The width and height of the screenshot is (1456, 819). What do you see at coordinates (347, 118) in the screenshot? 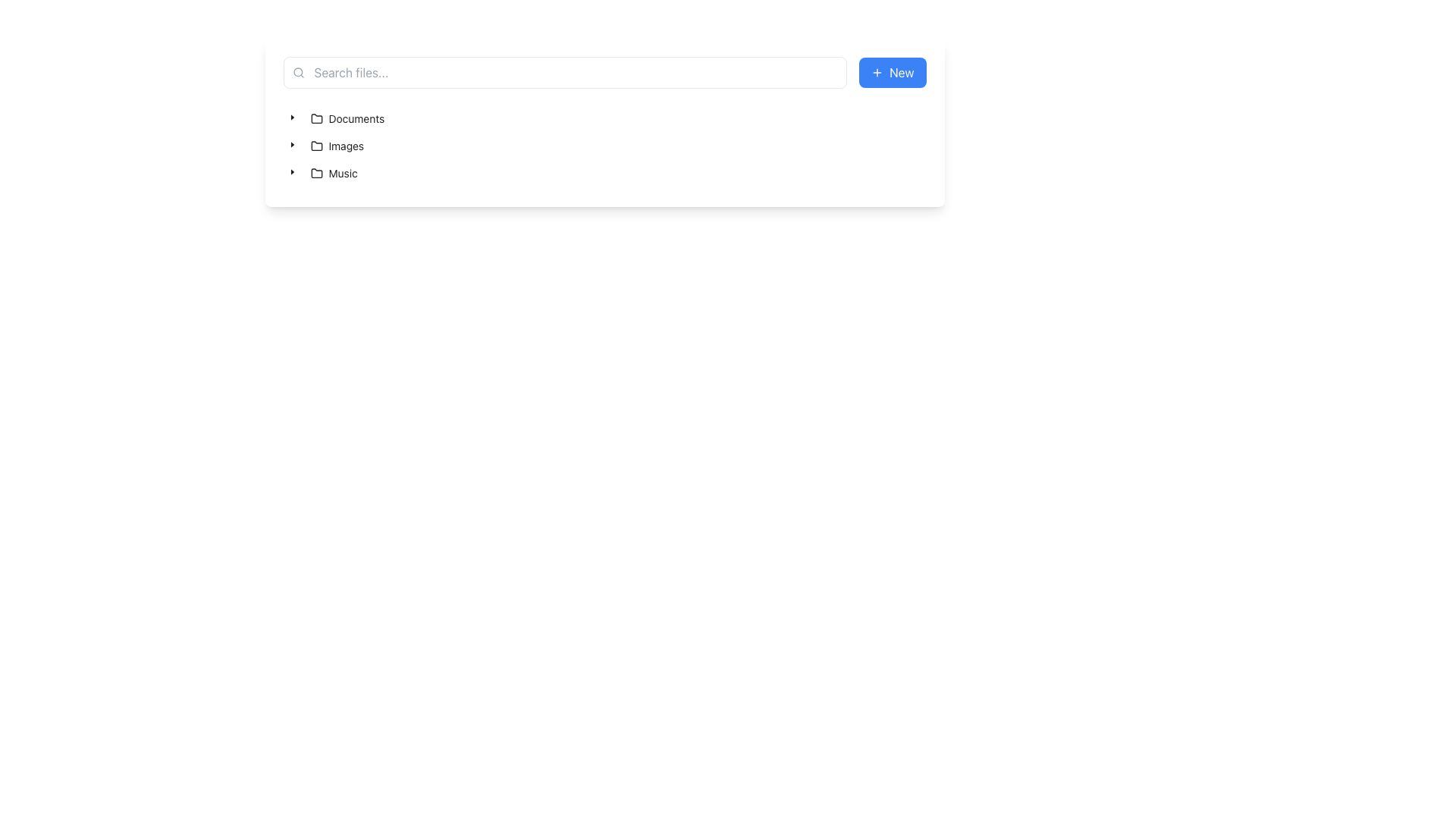
I see `the 'Documents' Tree item in the collapsible file directory to possibly display additional information or a tooltip` at bounding box center [347, 118].